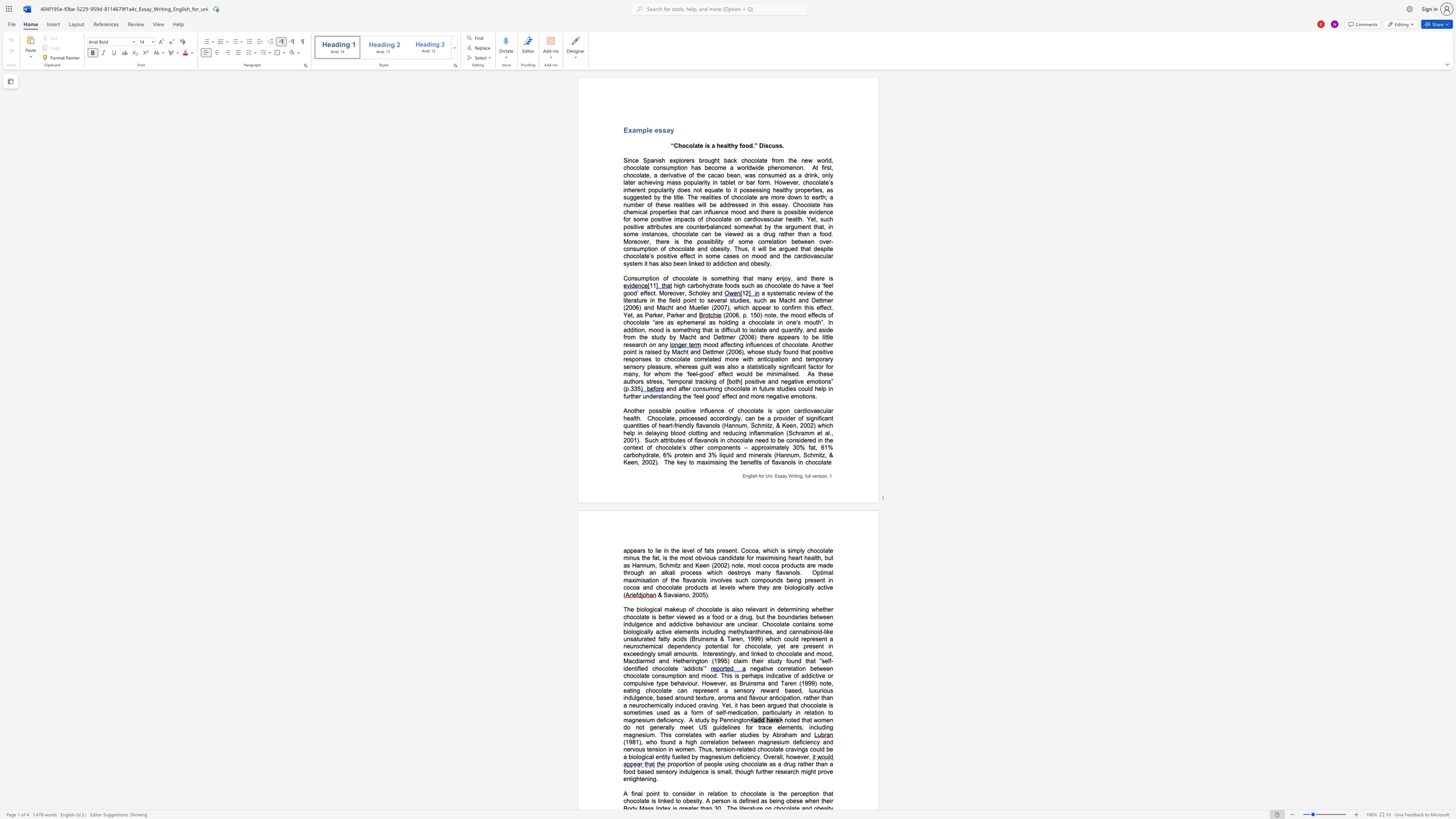  What do you see at coordinates (662, 757) in the screenshot?
I see `the subset text "tity fuelled by" within the text "(1981), who found a high correlation between magnesium deficiency and nervous tension in women. Thus, tension-related chocolate cravings could be a biological entity fuelled by magnesium deficiency. Overall, however,"` at bounding box center [662, 757].